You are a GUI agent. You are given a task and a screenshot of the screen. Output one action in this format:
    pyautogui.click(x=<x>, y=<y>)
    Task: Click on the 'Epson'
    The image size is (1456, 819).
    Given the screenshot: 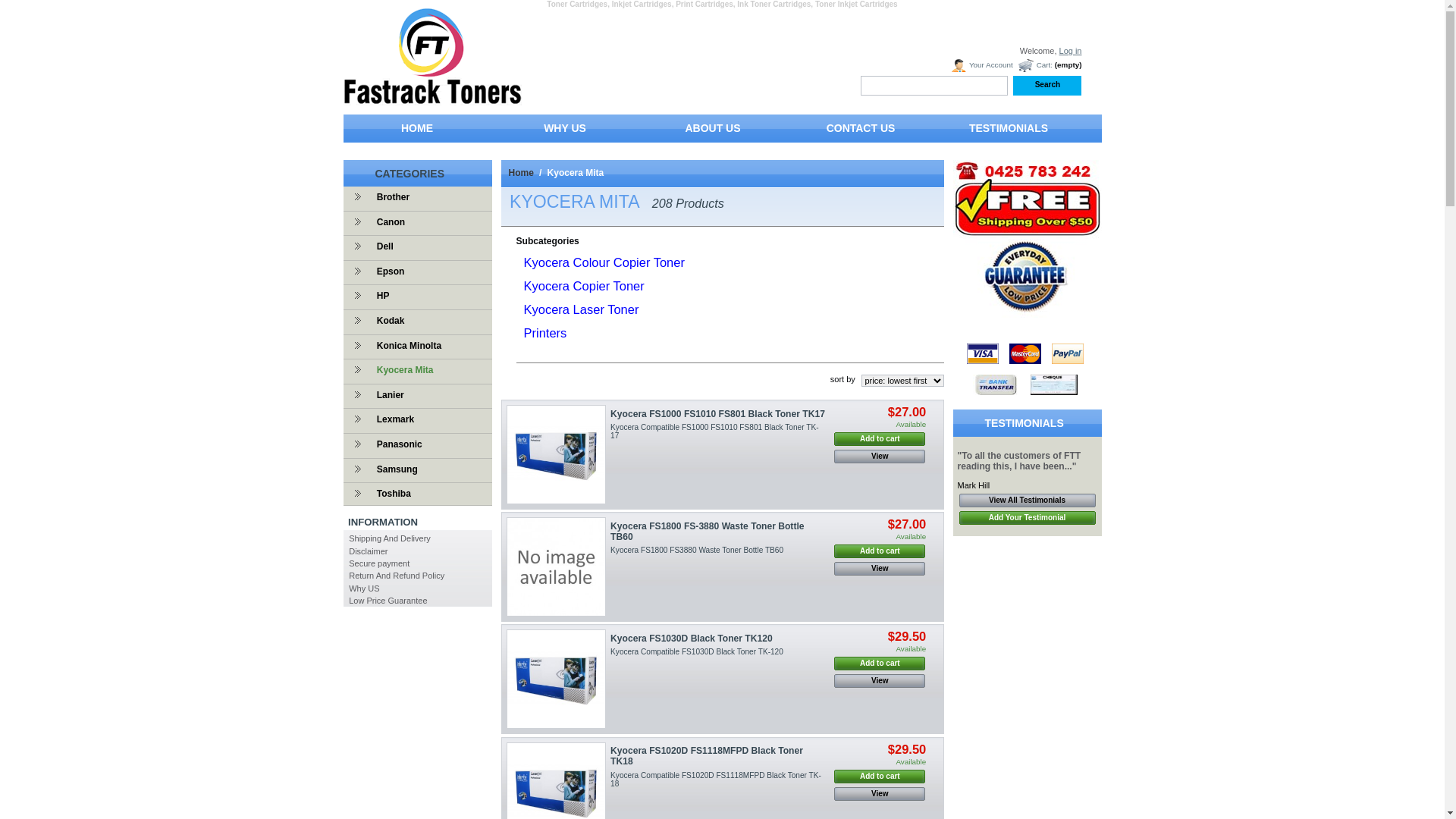 What is the action you would take?
    pyautogui.click(x=369, y=271)
    